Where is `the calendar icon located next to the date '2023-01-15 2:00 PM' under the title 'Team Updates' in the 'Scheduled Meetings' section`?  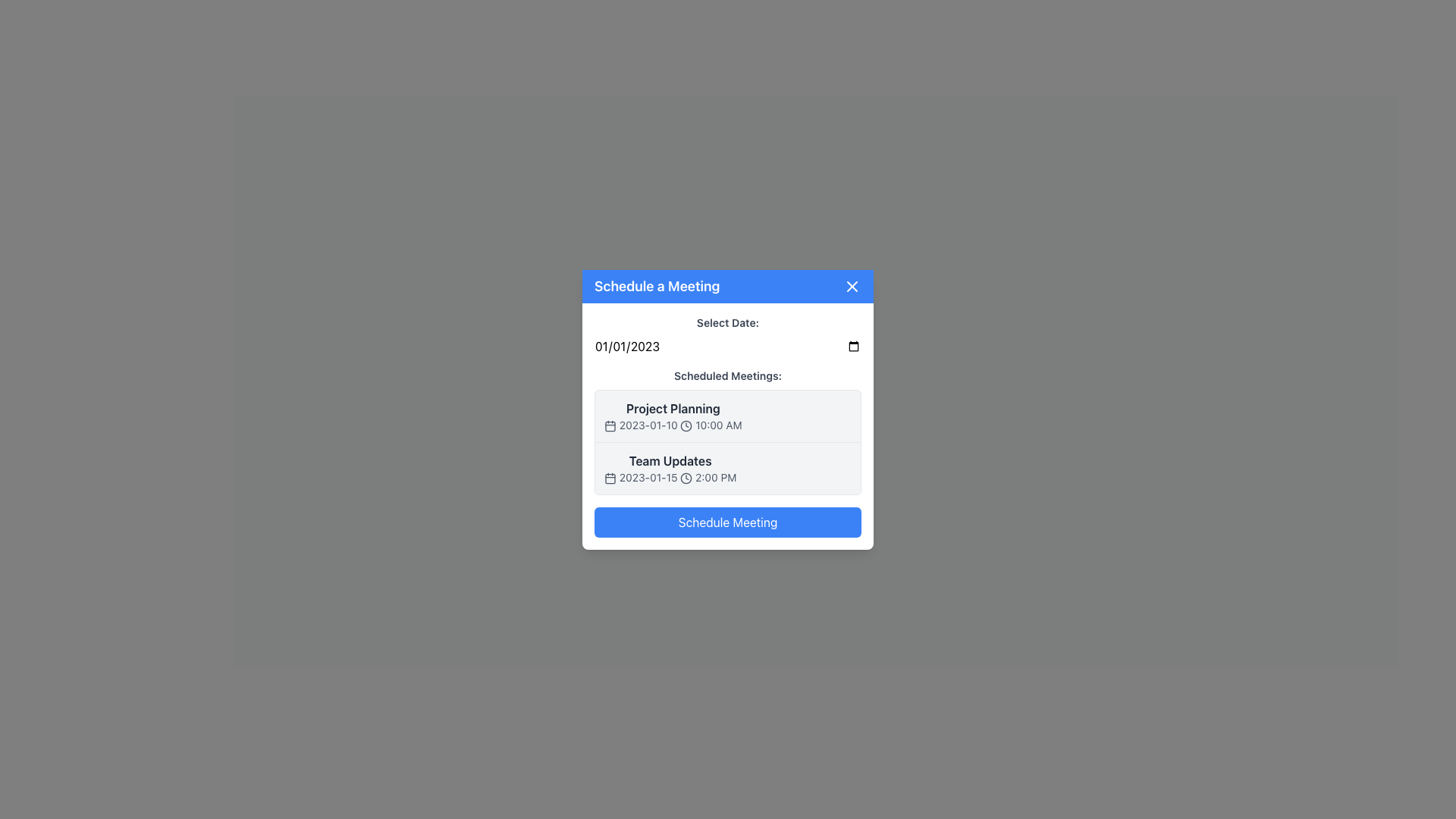 the calendar icon located next to the date '2023-01-15 2:00 PM' under the title 'Team Updates' in the 'Scheduled Meetings' section is located at coordinates (610, 476).